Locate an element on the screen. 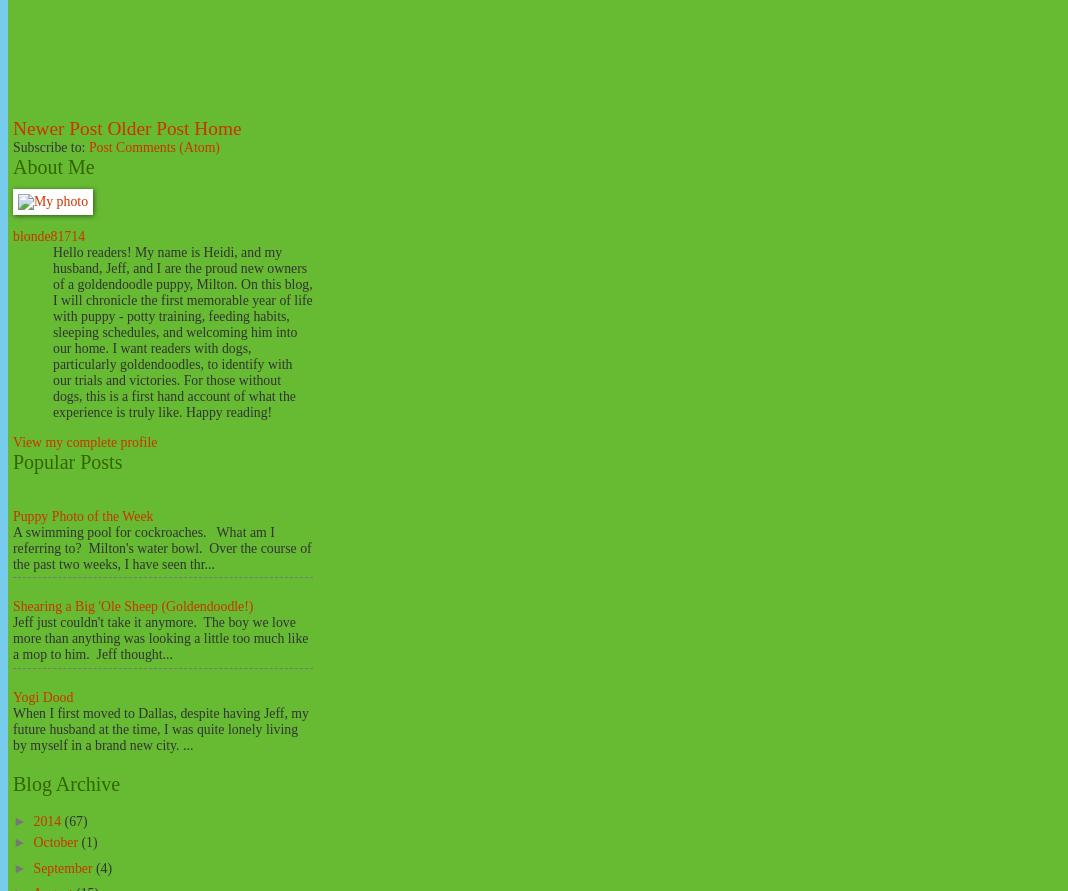  'A swimming pool for cockroaches.   What am I referring to?  Milton's water bowl.  Over the course of the past two weeks, I have seen thr...' is located at coordinates (162, 547).